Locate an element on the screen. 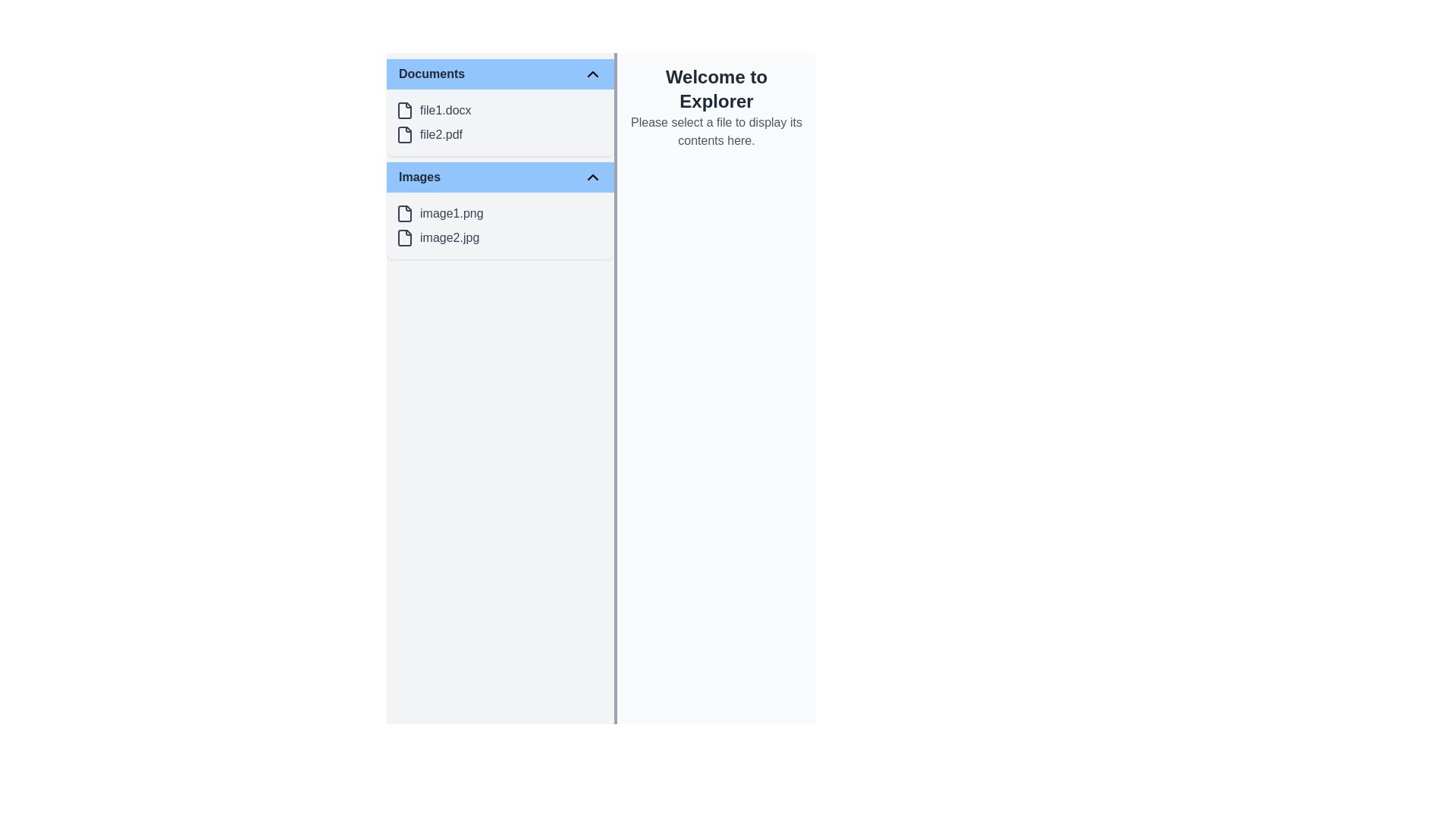  the file icon in the 'Images' section, which is styled with a minimalistic design and is located to the left of the 'image2.jpg' text is located at coordinates (404, 237).